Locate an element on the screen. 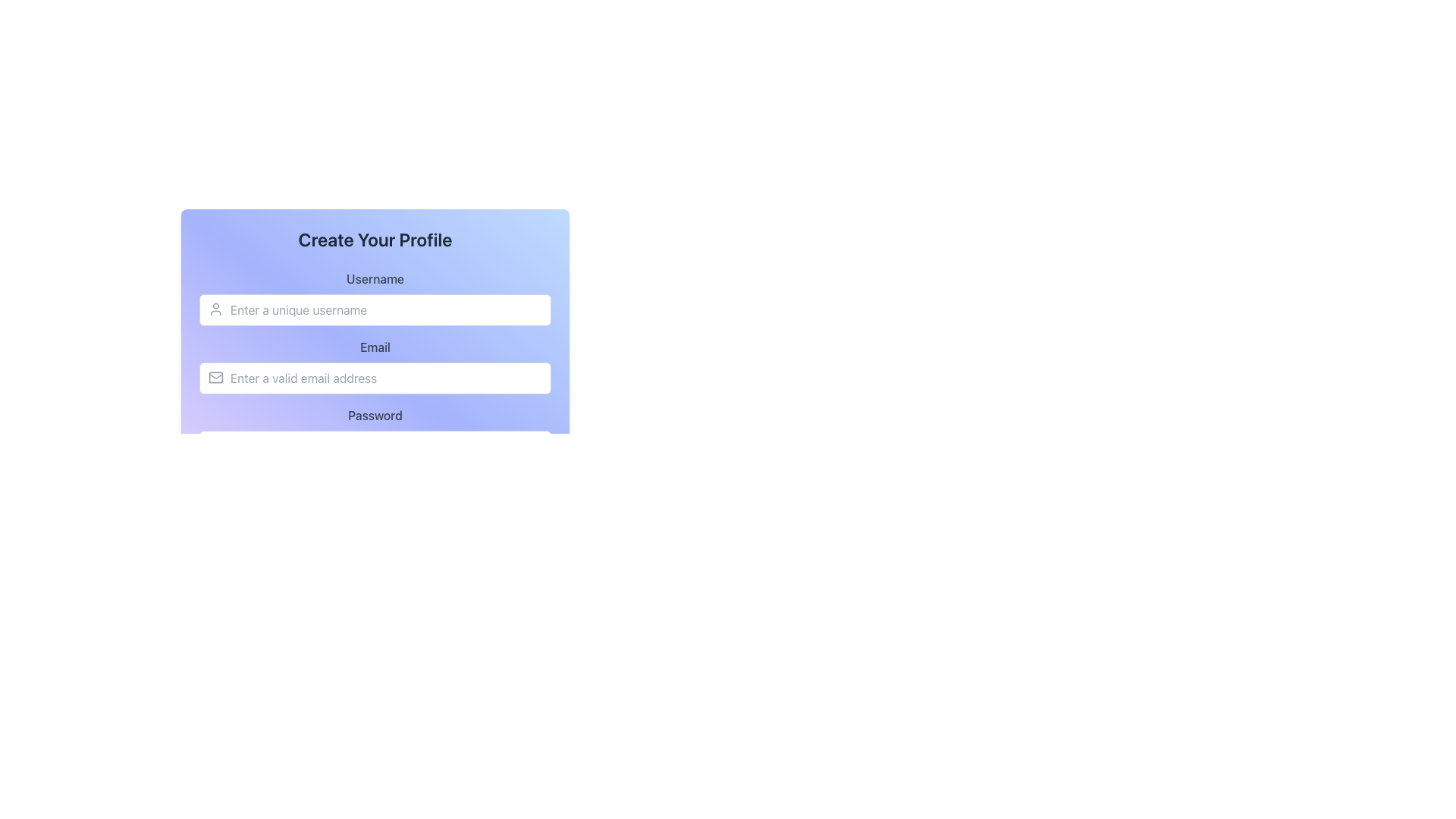 The width and height of the screenshot is (1456, 819). the decorative icon that indicates the adjacent input field is for an email address, located near the top-left corner of the email input field is located at coordinates (215, 376).